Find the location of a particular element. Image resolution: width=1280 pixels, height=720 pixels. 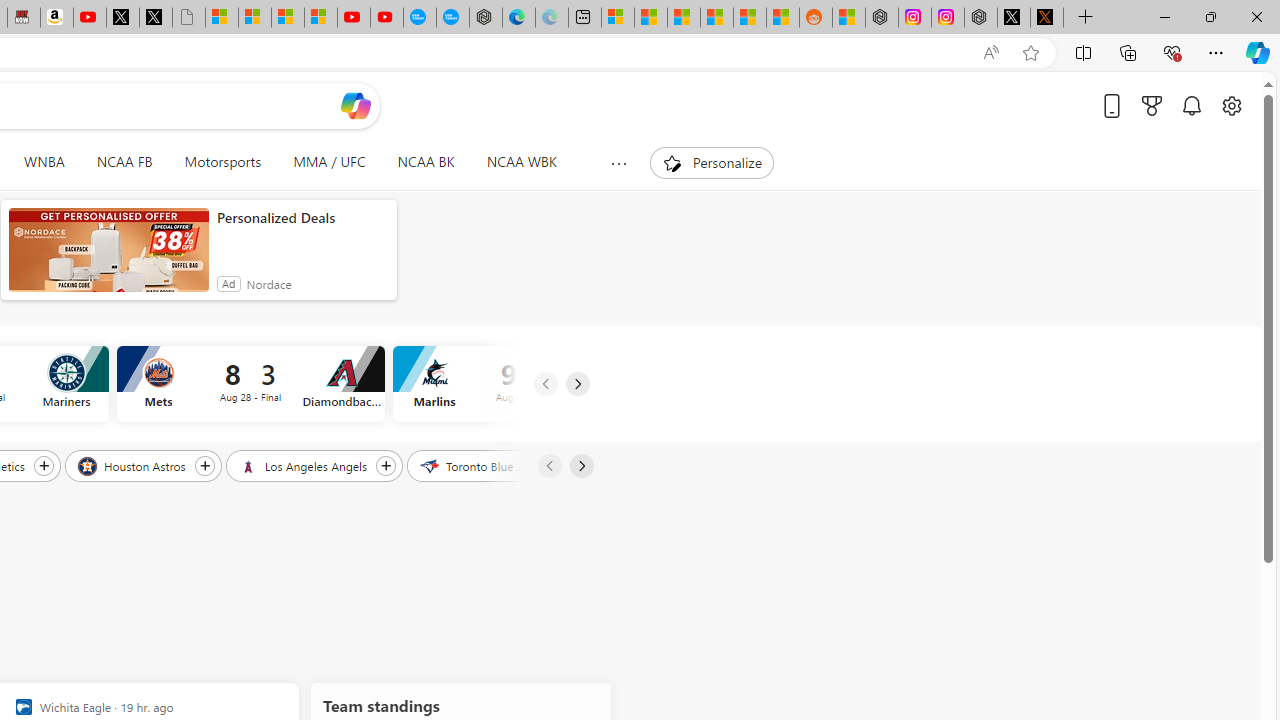

'NCAA FB' is located at coordinates (123, 162).